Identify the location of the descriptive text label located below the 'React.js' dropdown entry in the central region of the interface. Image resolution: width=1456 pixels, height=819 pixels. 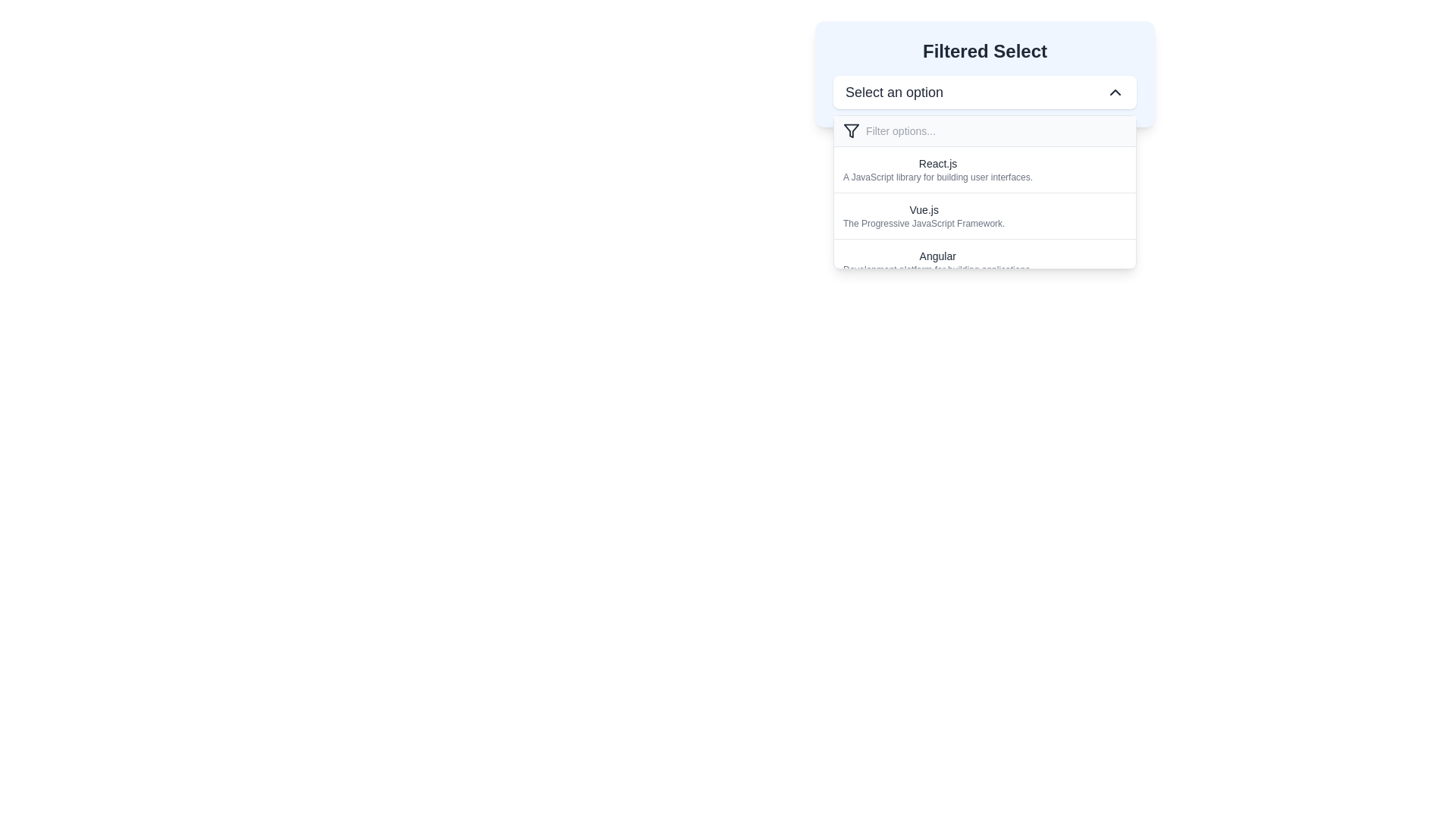
(937, 177).